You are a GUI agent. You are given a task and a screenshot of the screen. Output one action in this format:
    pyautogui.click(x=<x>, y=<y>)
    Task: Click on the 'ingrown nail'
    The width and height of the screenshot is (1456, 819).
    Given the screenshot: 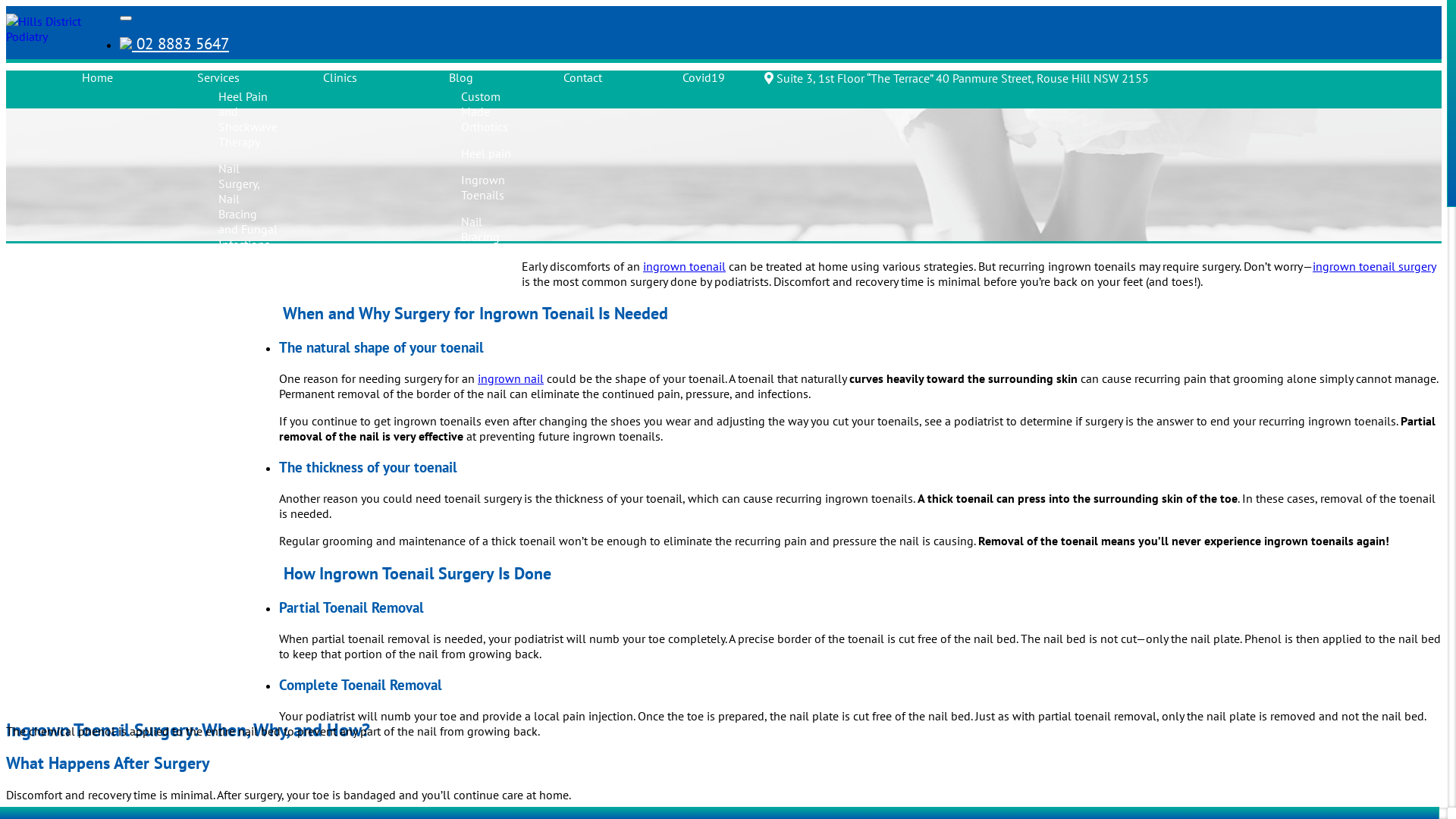 What is the action you would take?
    pyautogui.click(x=476, y=377)
    